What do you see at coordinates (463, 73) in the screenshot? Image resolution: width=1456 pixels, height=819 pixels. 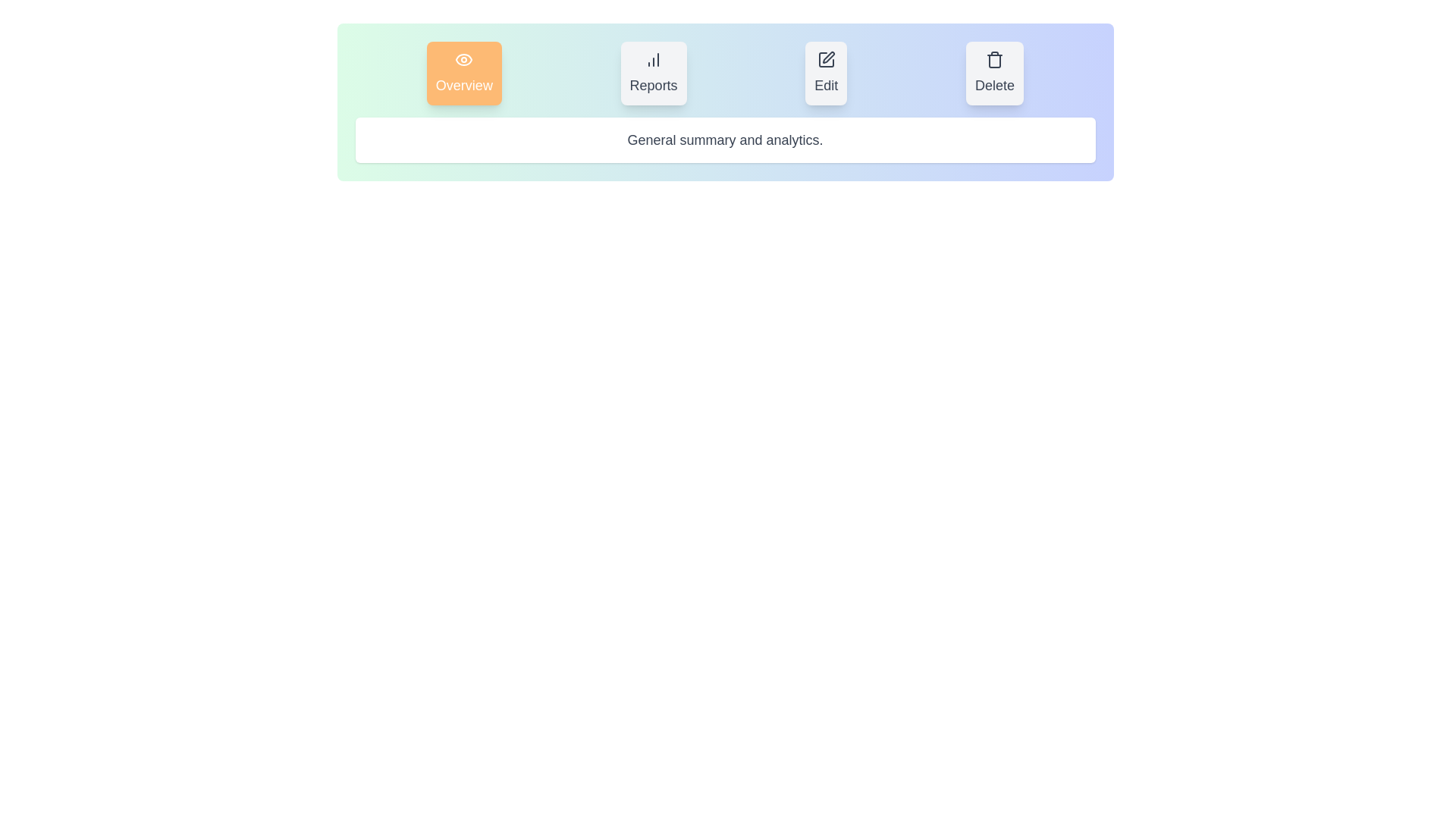 I see `the button labeled Overview to observe its hover effect` at bounding box center [463, 73].